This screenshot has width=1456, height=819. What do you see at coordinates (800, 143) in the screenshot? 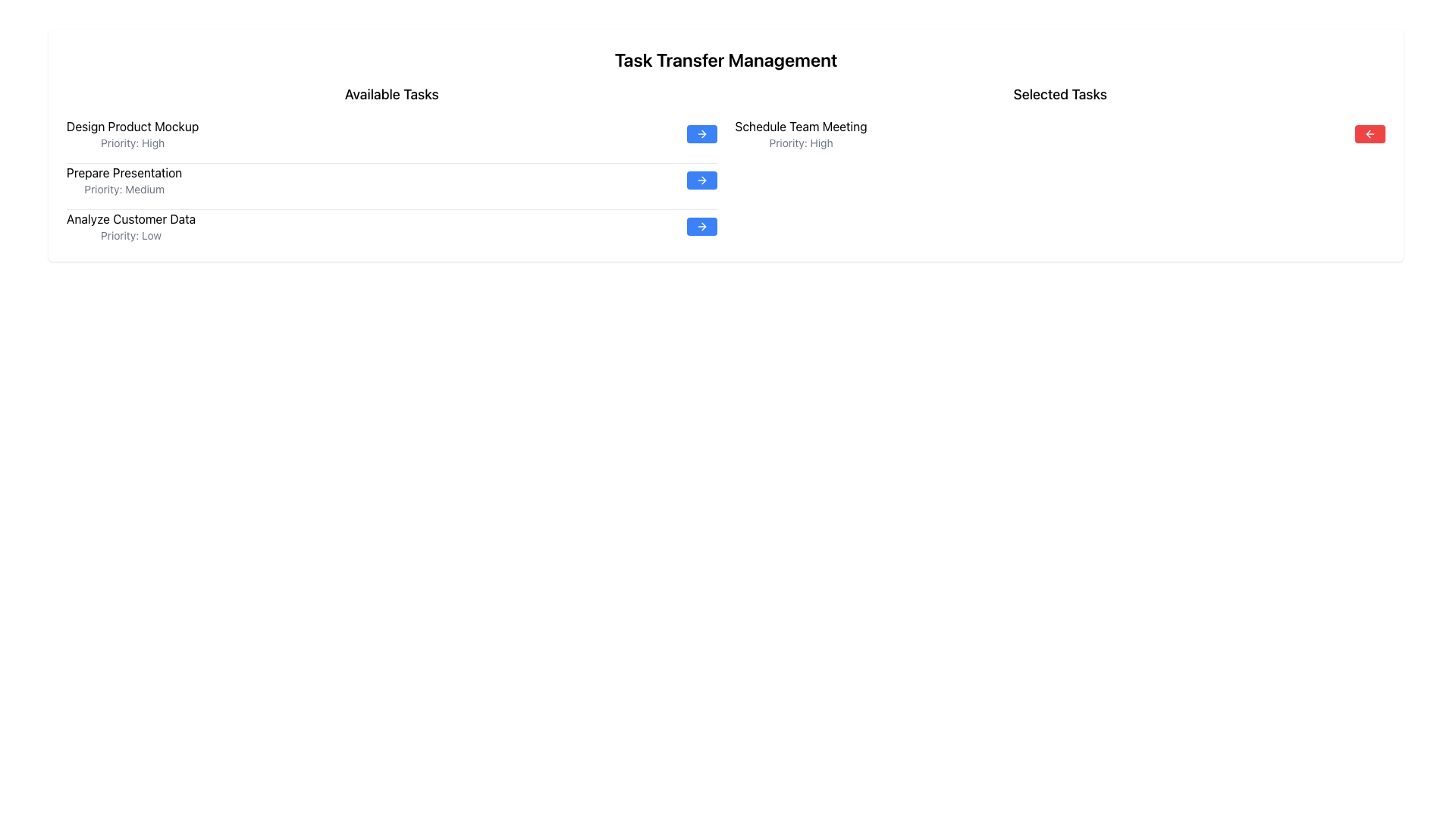
I see `the text label displaying 'Priority: High', which is located below the 'Schedule Team Meeting' text in the 'Selected Tasks' section` at bounding box center [800, 143].